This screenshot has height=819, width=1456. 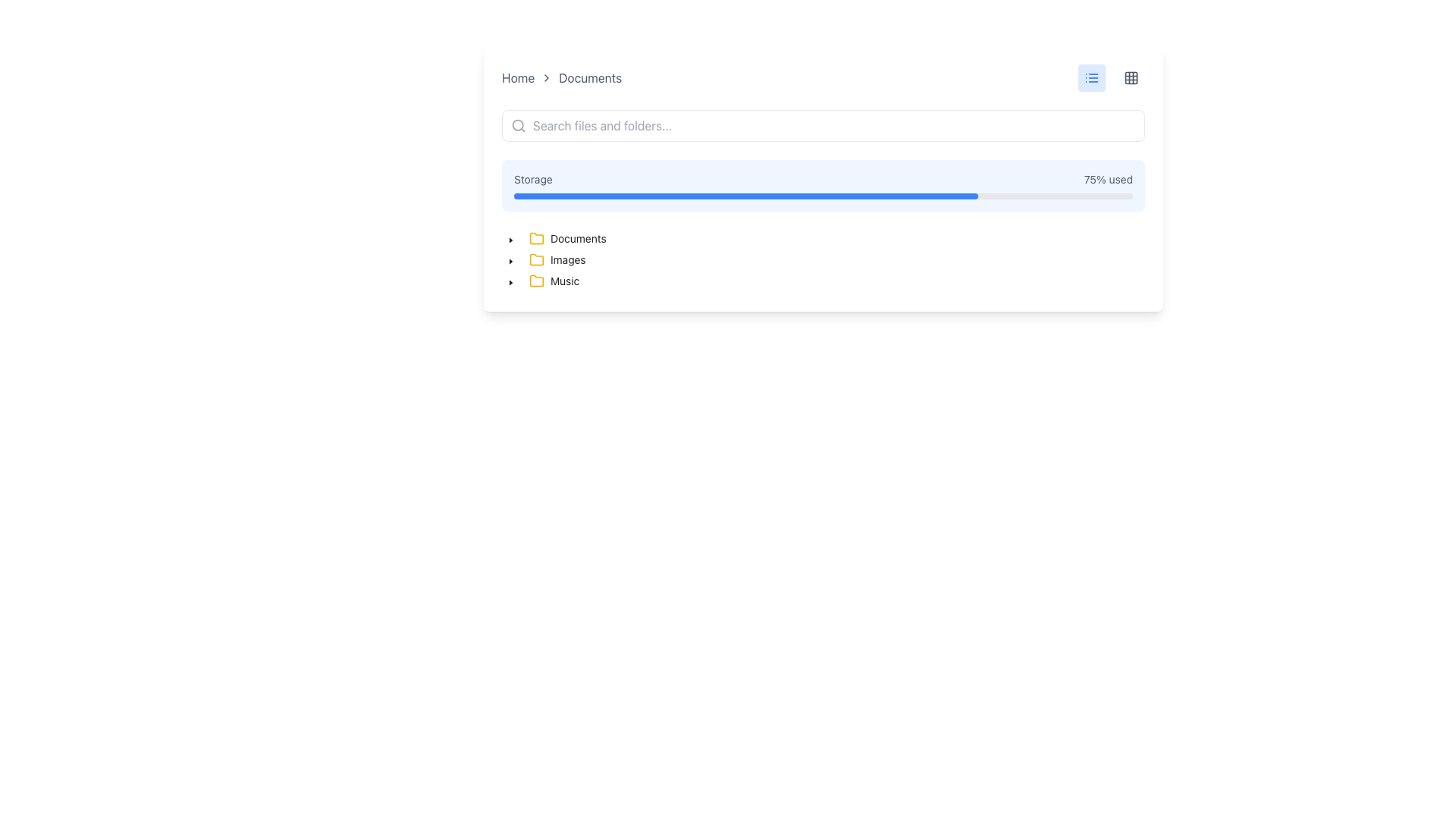 I want to click on the decorative icon element located at the center of the upper-right corner of the interface, which is part of a grid layout, so click(x=1131, y=78).